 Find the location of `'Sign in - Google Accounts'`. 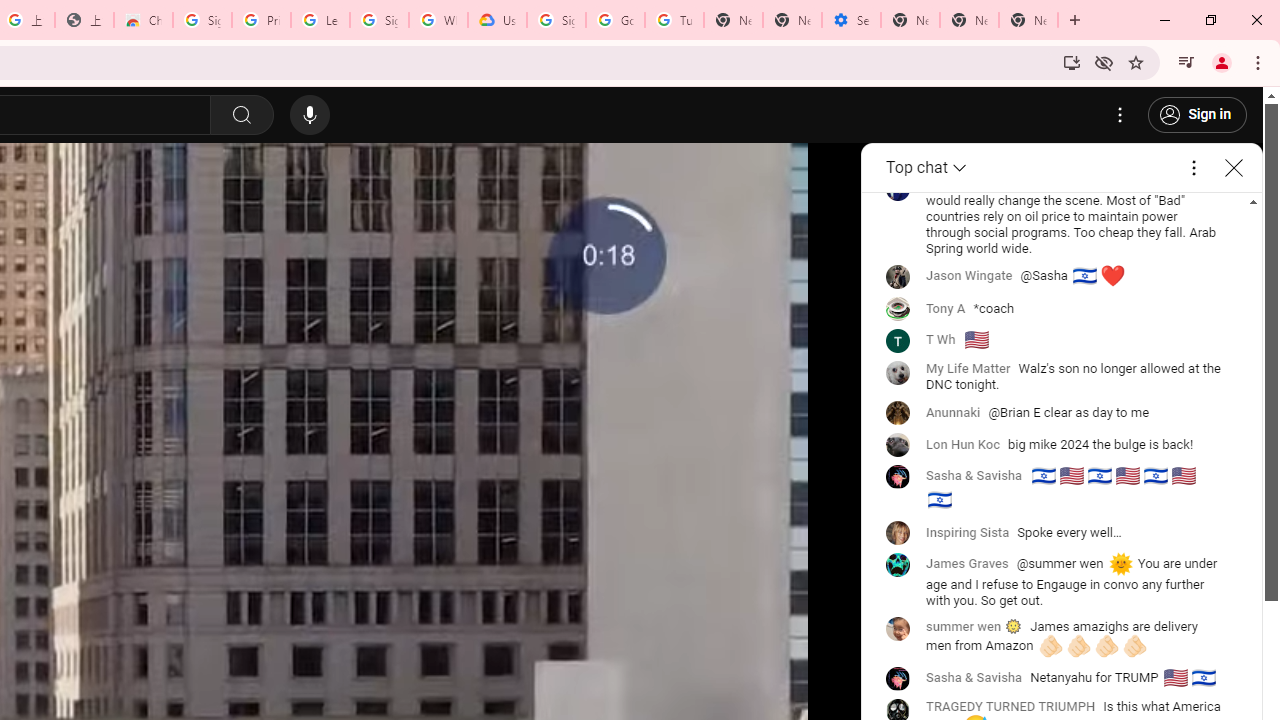

'Sign in - Google Accounts' is located at coordinates (202, 20).